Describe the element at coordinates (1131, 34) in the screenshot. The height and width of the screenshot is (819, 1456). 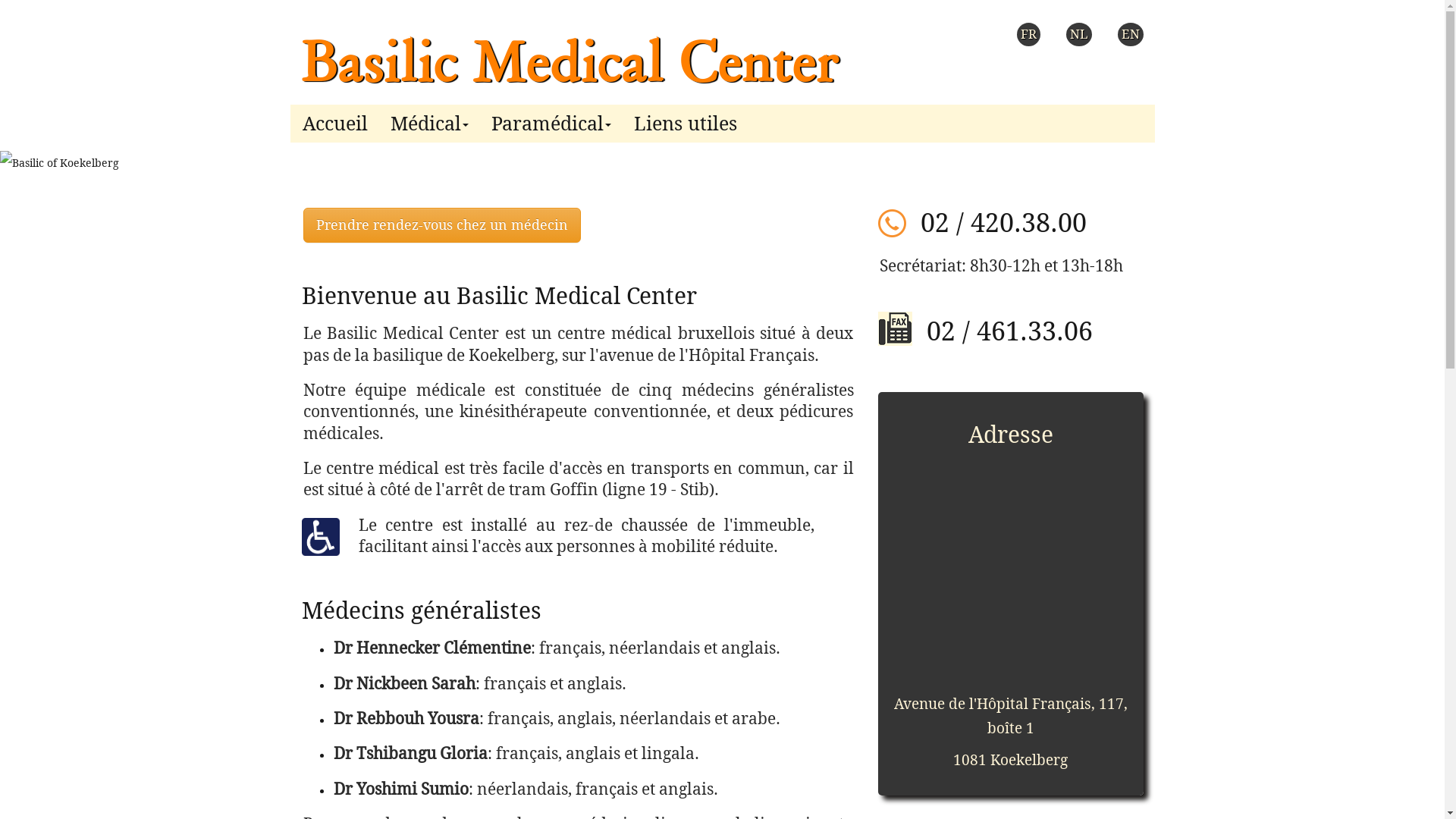
I see `'EN'` at that location.